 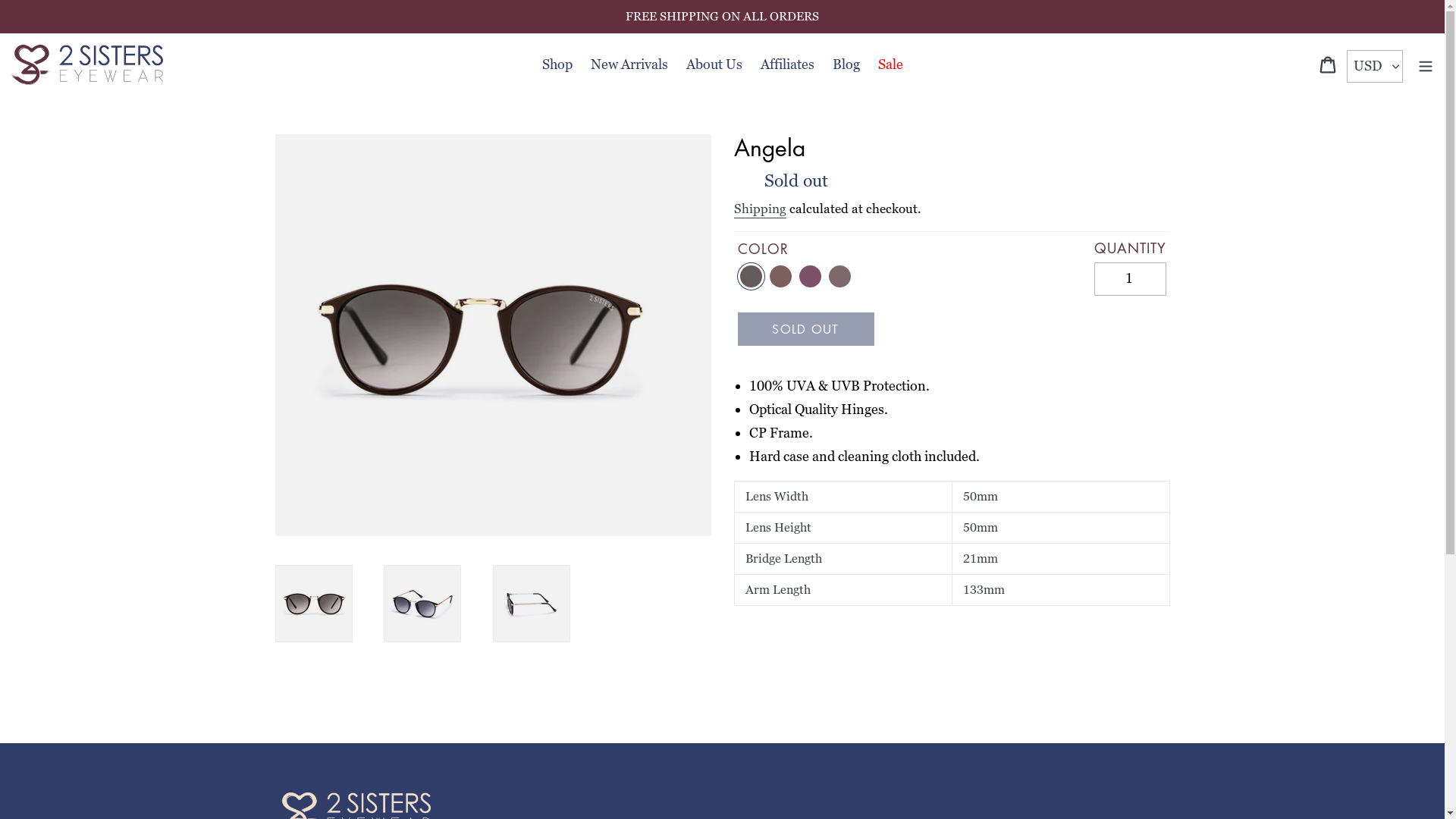 I want to click on 'SOLD OUT', so click(x=804, y=328).